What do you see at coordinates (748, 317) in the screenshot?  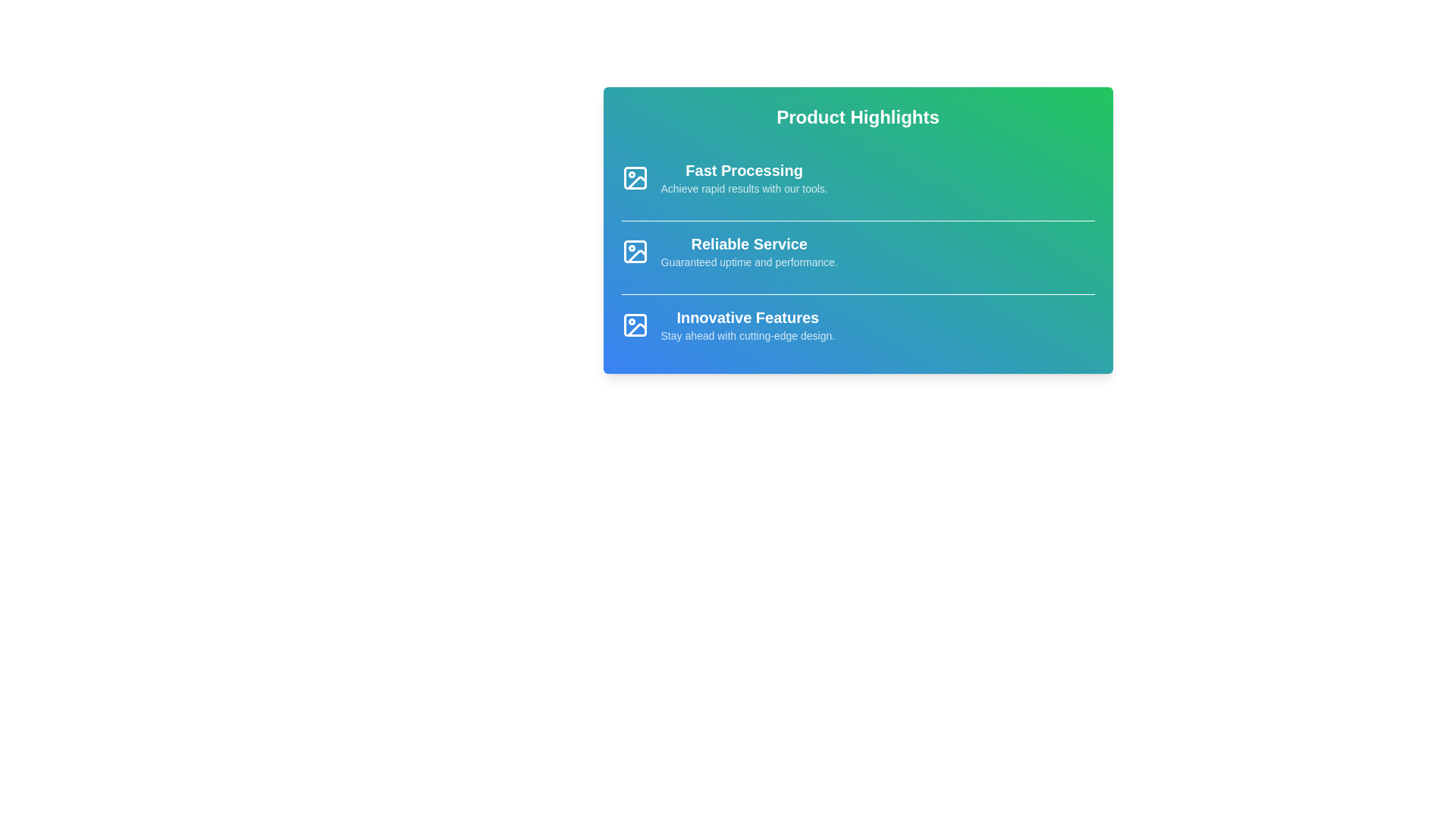 I see `text block titled 'Innovative Features' located in the 'Product Highlights' section, positioned above the text 'Stay ahead with cutting-edge design.'` at bounding box center [748, 317].